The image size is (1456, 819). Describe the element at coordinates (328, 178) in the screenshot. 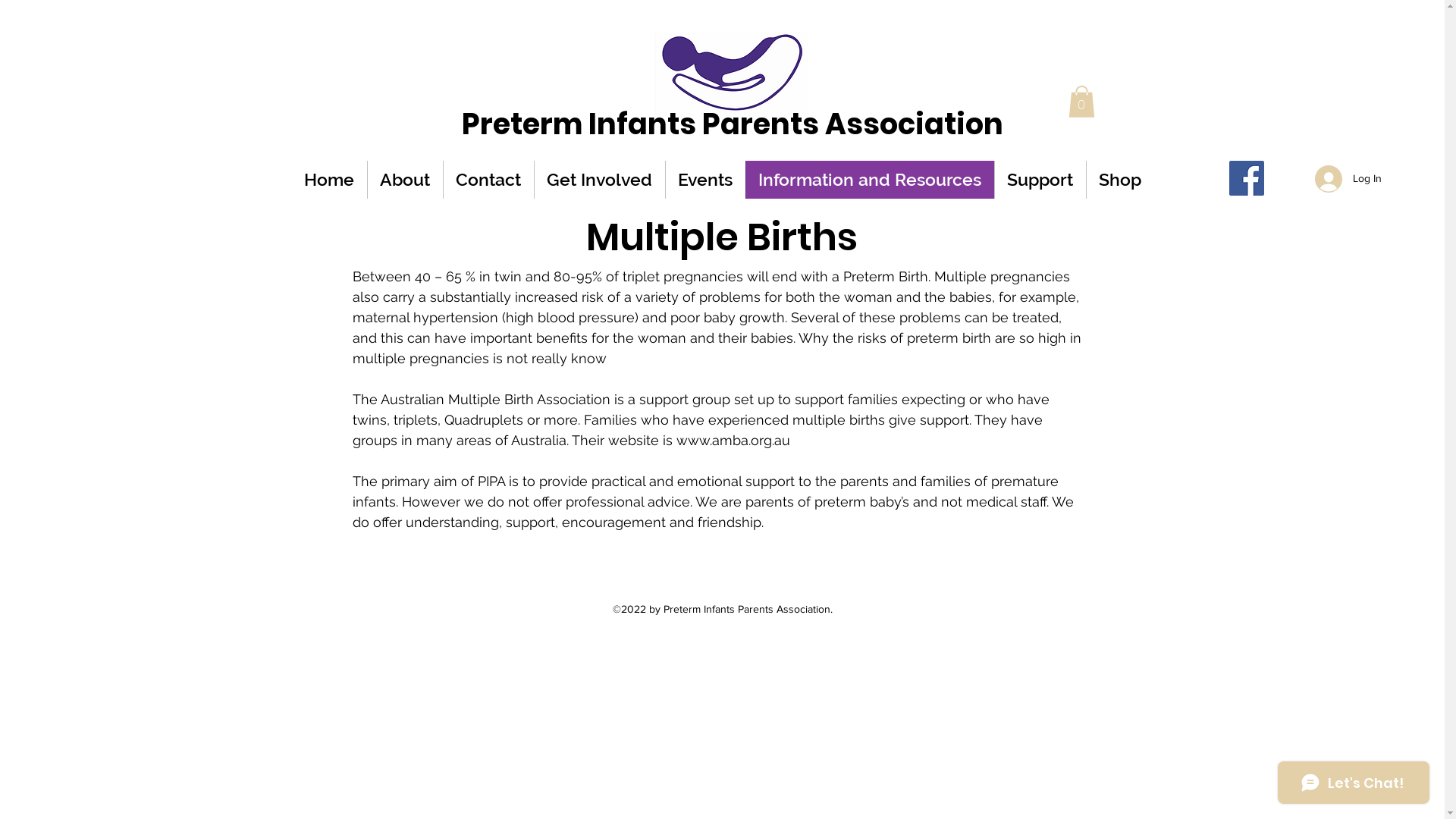

I see `'Home'` at that location.